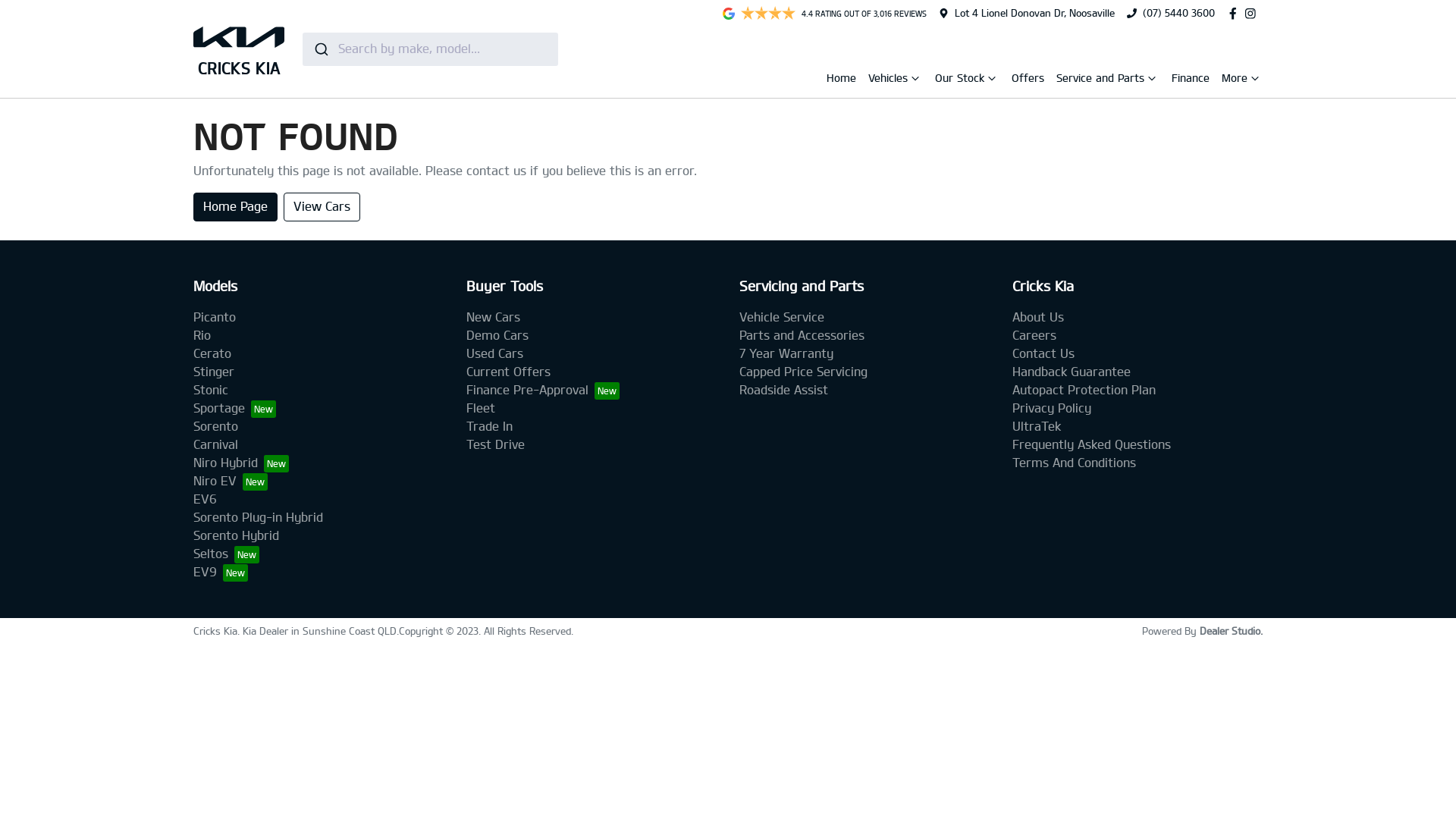 This screenshot has width=1456, height=819. I want to click on 'Sorento Hybrid', so click(192, 535).